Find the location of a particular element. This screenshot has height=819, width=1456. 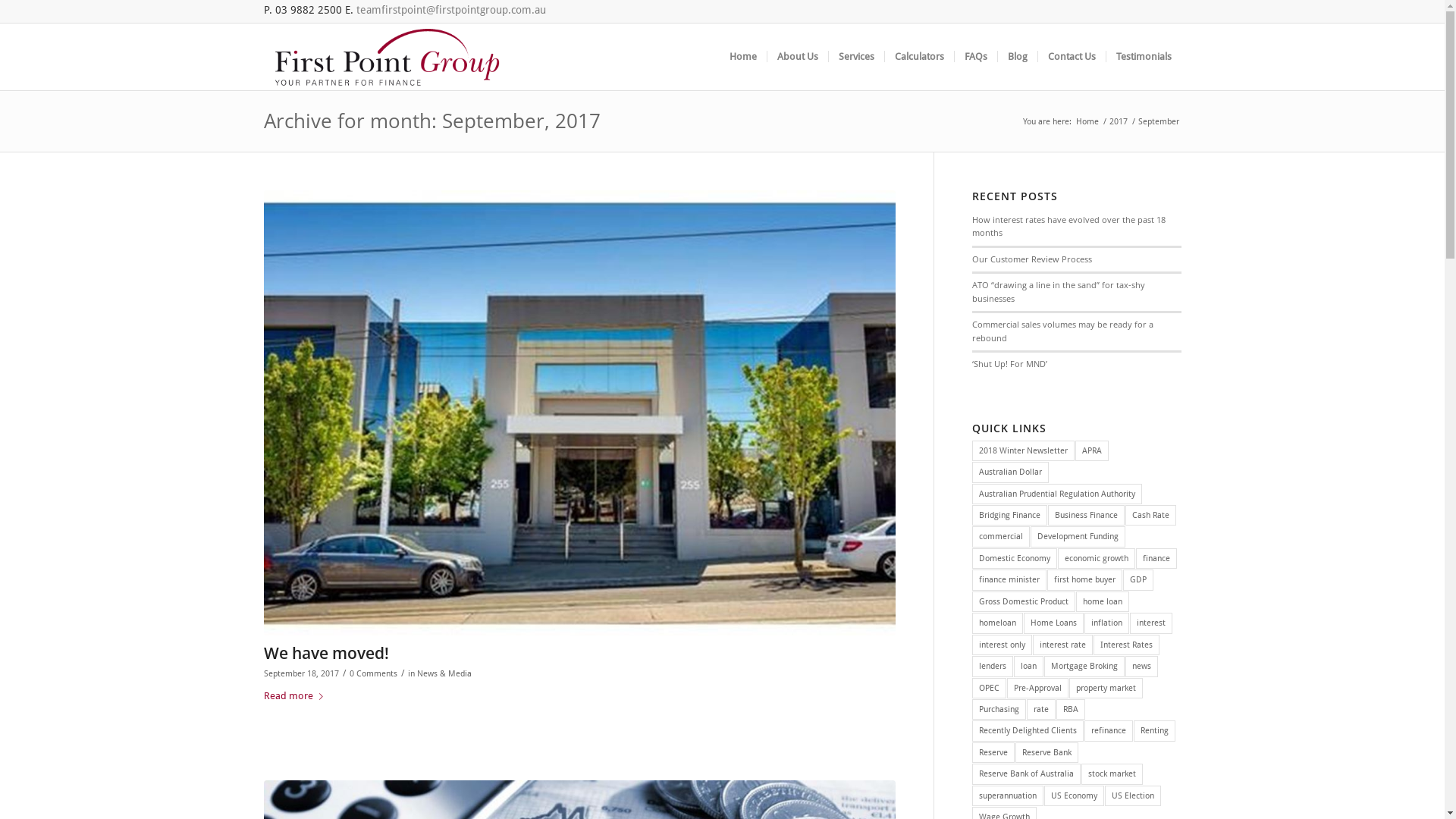

'finance' is located at coordinates (1156, 558).